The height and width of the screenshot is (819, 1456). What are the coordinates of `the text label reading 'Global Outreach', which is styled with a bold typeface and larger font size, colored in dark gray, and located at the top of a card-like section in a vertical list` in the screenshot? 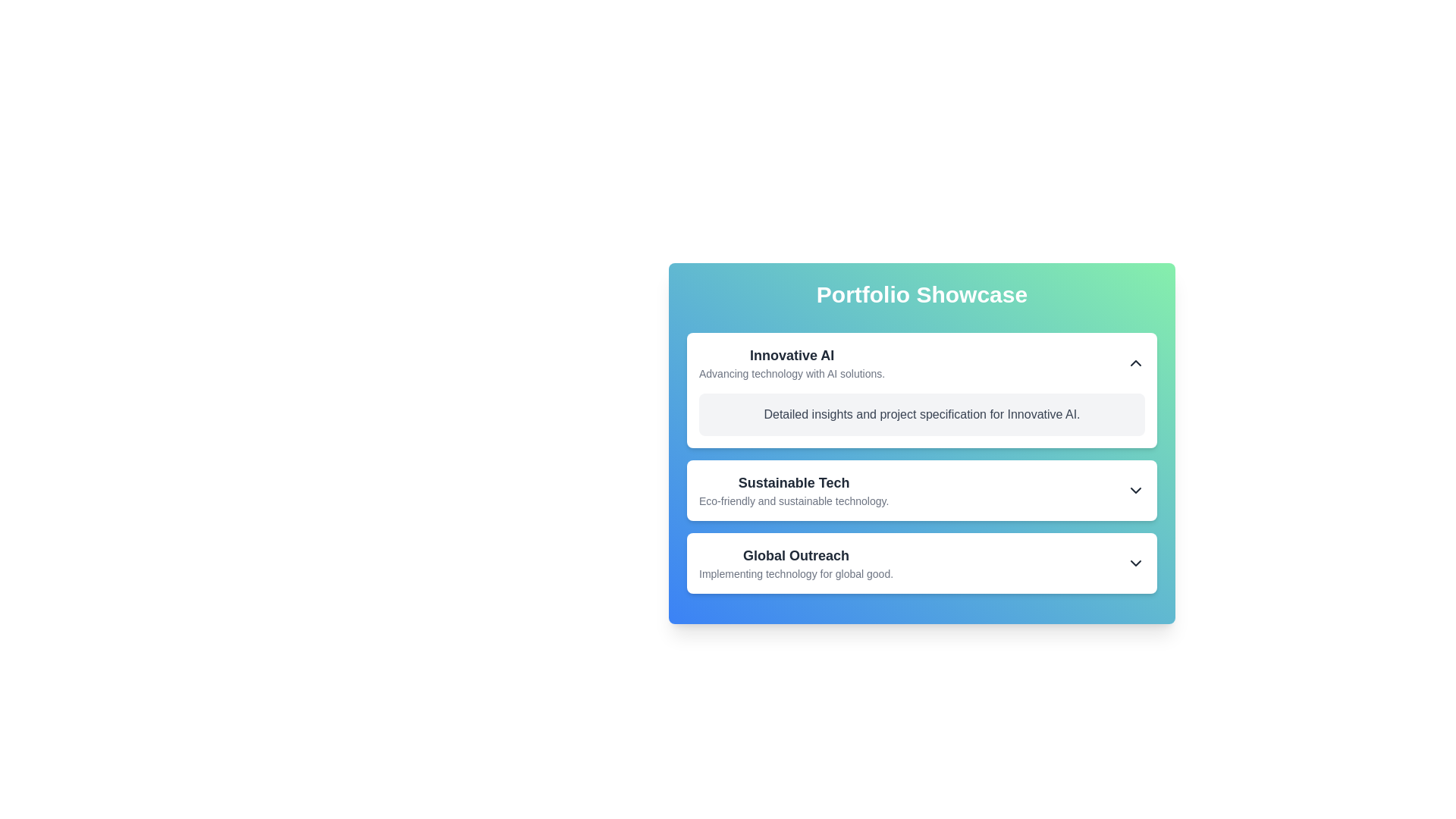 It's located at (795, 555).